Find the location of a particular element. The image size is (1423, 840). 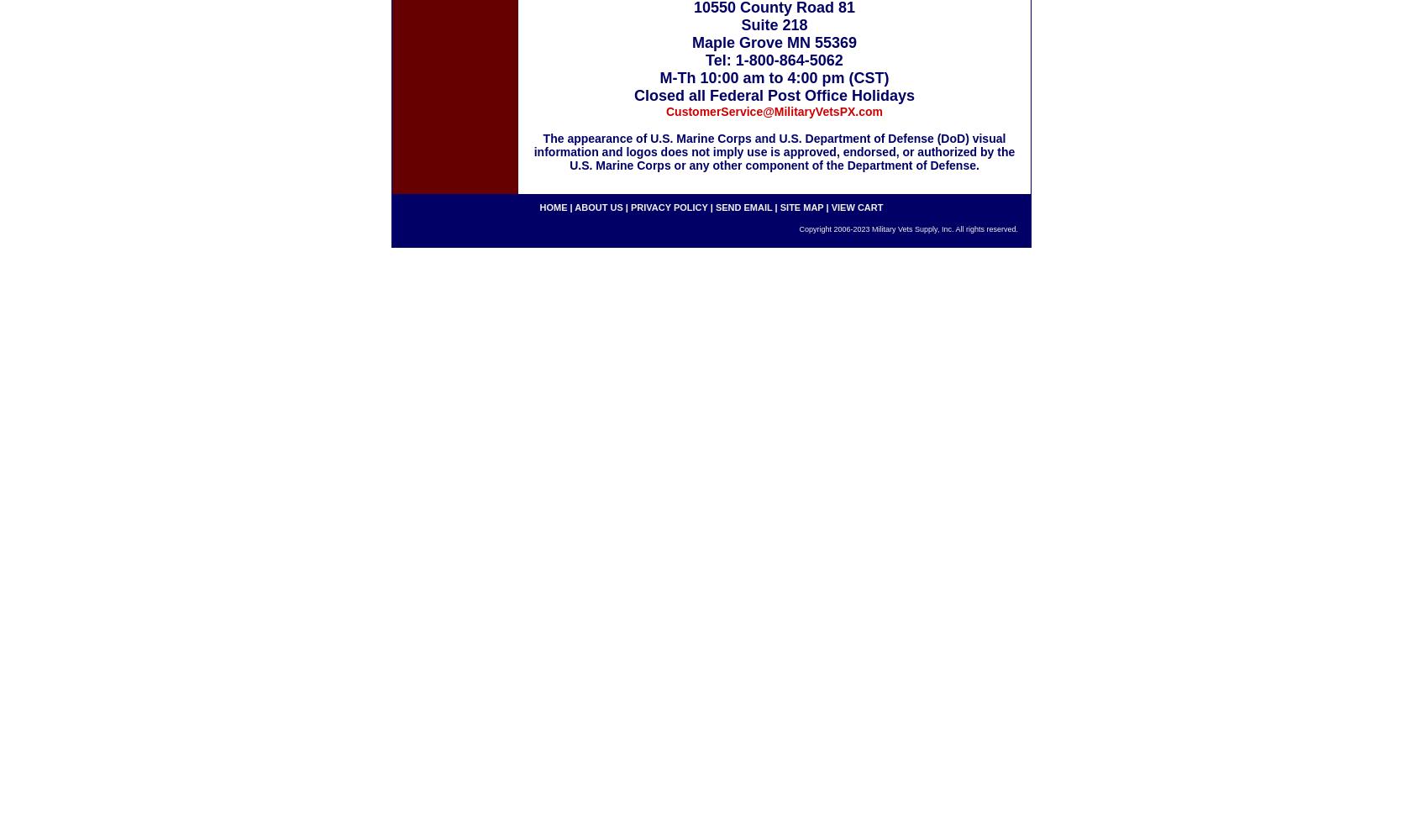

'site map' is located at coordinates (801, 207).